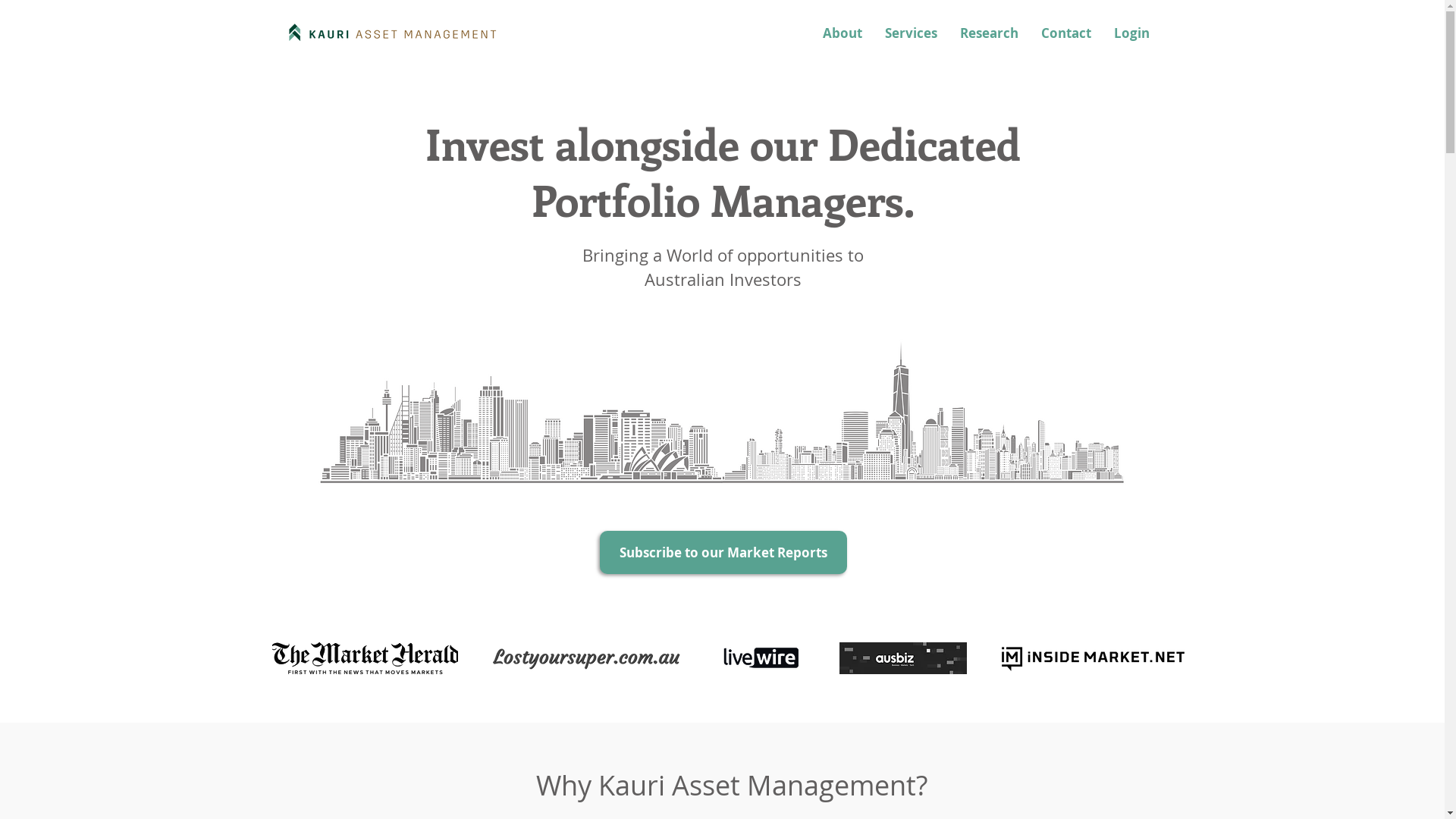 The height and width of the screenshot is (819, 1456). Describe the element at coordinates (722, 552) in the screenshot. I see `'Subscribe to our Market Reports'` at that location.